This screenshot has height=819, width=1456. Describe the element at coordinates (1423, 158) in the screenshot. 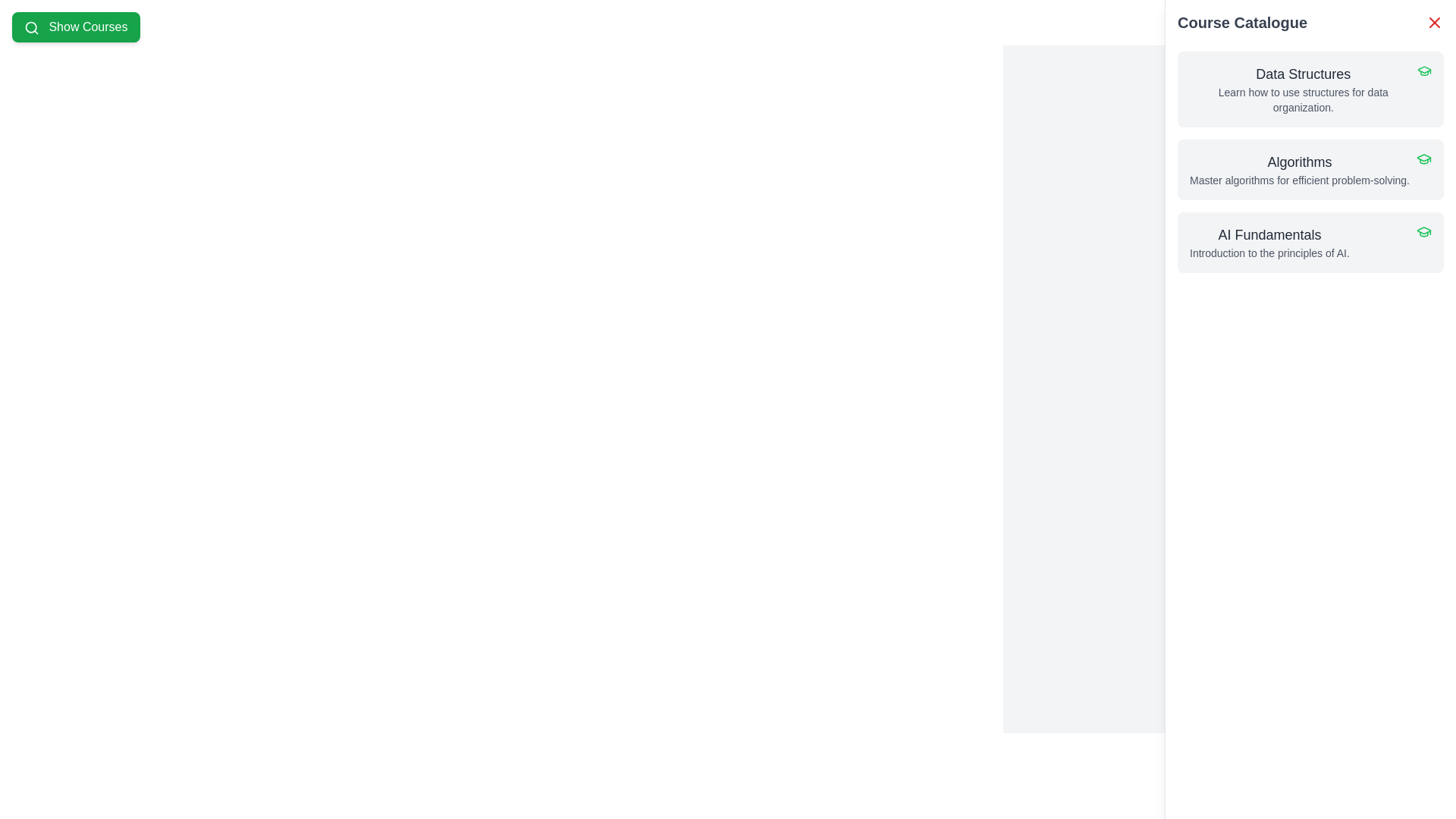

I see `the icon representing the relevance of the associated content to education or learning topics, located in the top-right corner of the 'Algorithms' section next to the course titled 'Algorithms'` at that location.